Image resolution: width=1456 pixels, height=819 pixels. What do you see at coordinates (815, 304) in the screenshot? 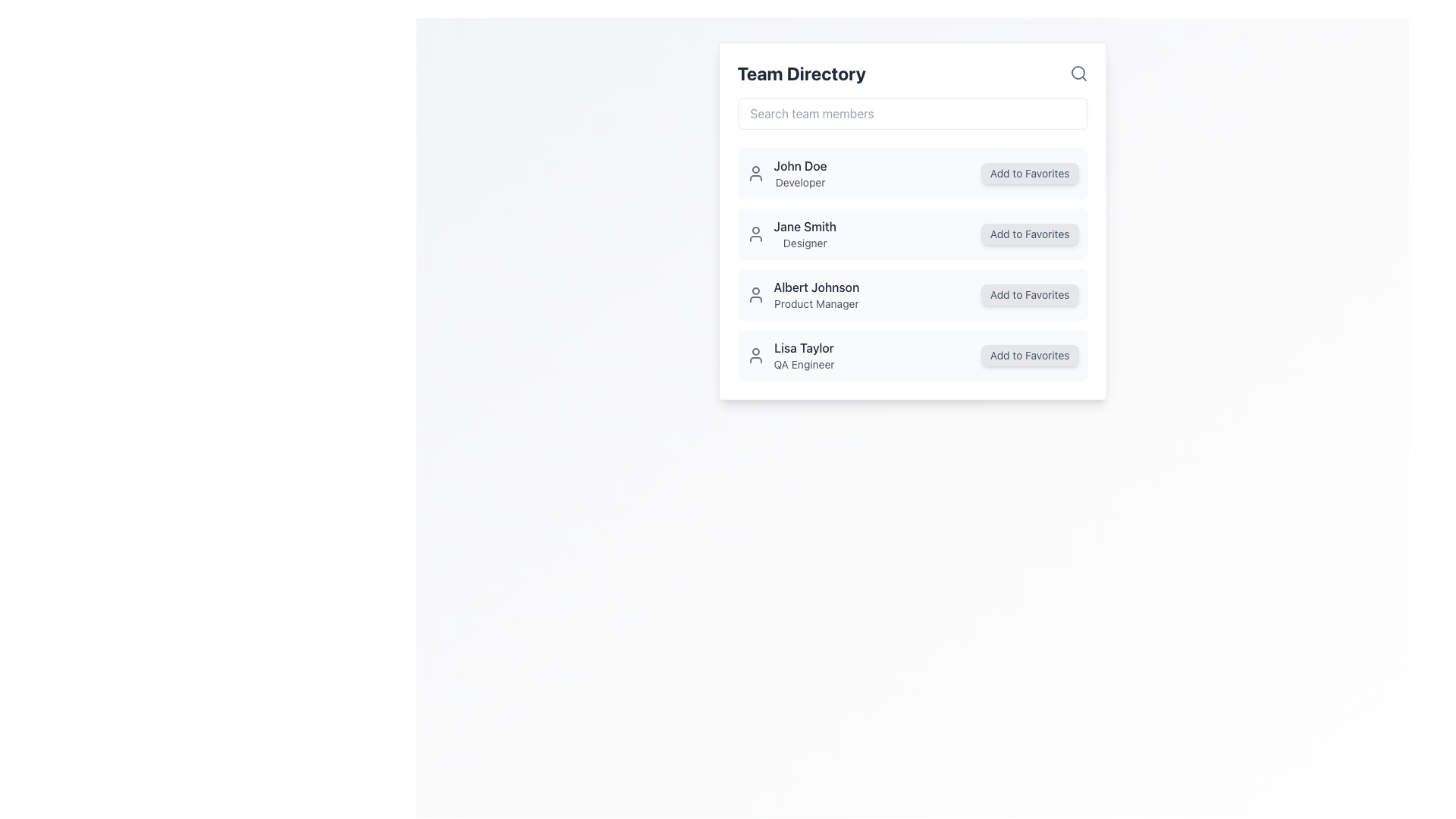
I see `the text label reading 'Product Manager', which is styled in a smaller font and gray color, positioned below the name 'Albert Johnson' in the 'Team Directory' list` at bounding box center [815, 304].